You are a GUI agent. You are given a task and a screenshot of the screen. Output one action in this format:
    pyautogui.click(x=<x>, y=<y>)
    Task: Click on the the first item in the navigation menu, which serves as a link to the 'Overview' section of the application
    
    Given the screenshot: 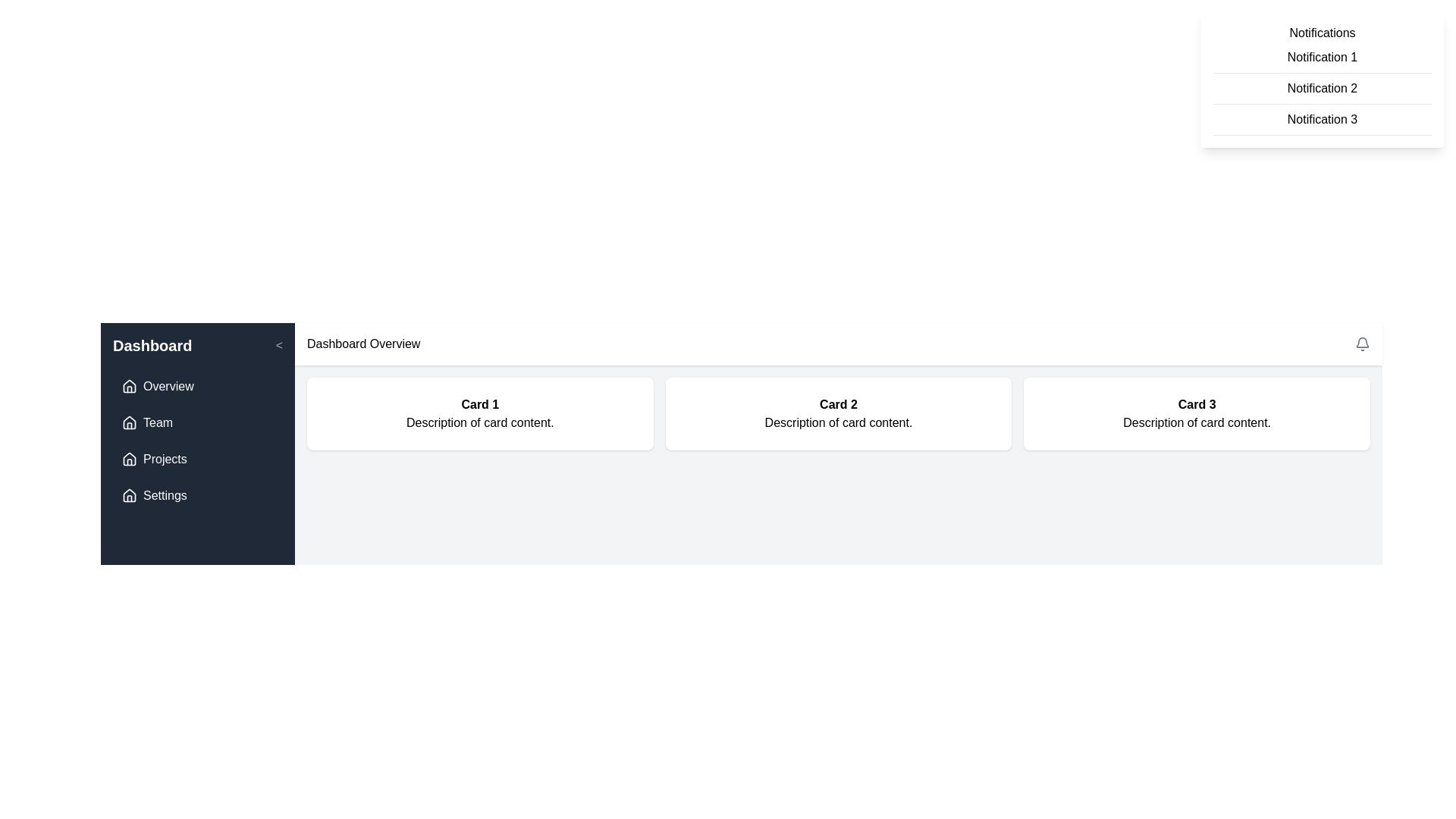 What is the action you would take?
    pyautogui.click(x=196, y=385)
    